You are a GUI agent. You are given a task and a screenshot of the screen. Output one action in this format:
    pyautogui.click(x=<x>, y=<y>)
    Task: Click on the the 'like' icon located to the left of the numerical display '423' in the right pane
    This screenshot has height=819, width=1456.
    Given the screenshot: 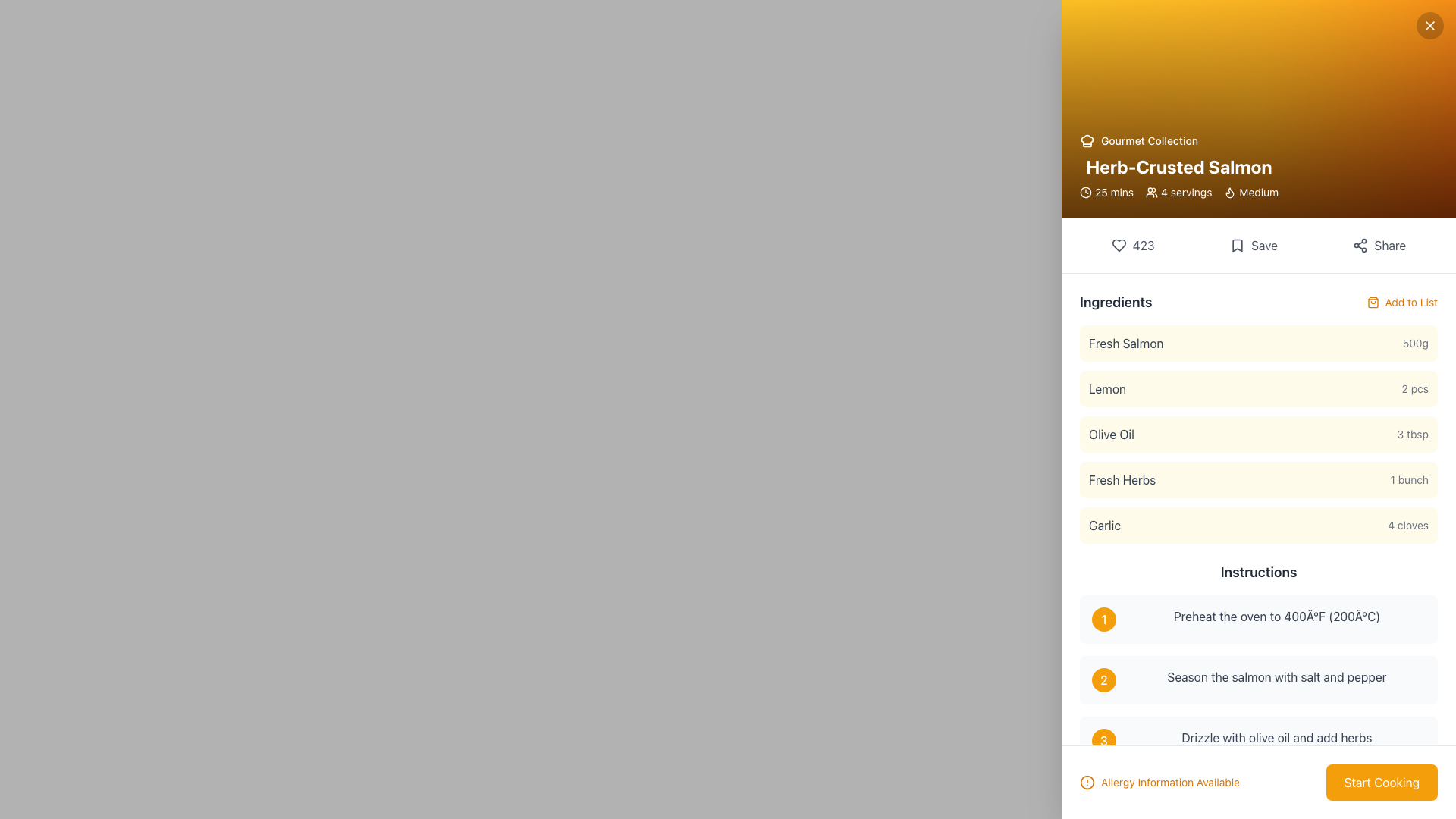 What is the action you would take?
    pyautogui.click(x=1119, y=245)
    